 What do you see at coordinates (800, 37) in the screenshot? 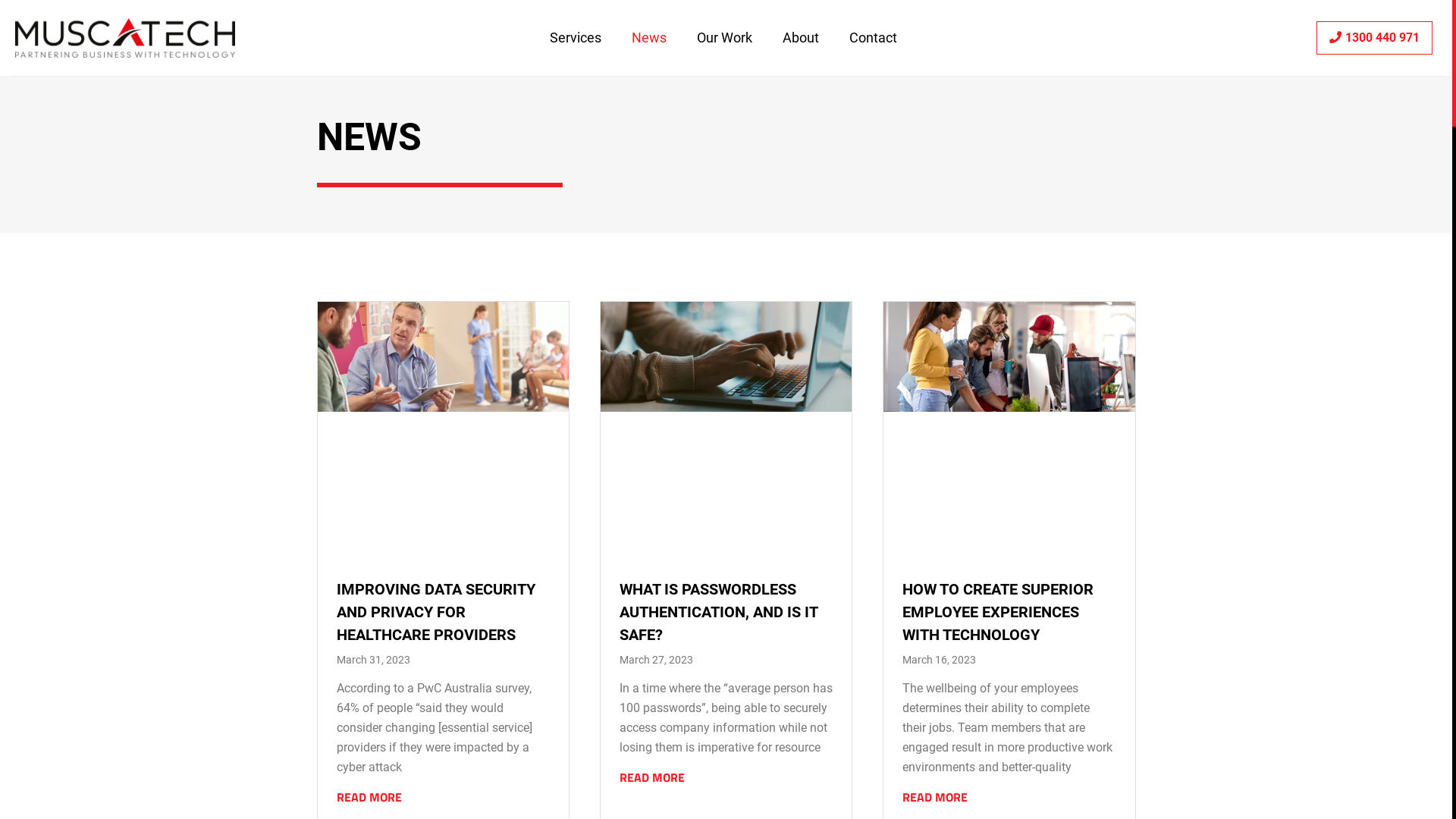
I see `'About'` at bounding box center [800, 37].